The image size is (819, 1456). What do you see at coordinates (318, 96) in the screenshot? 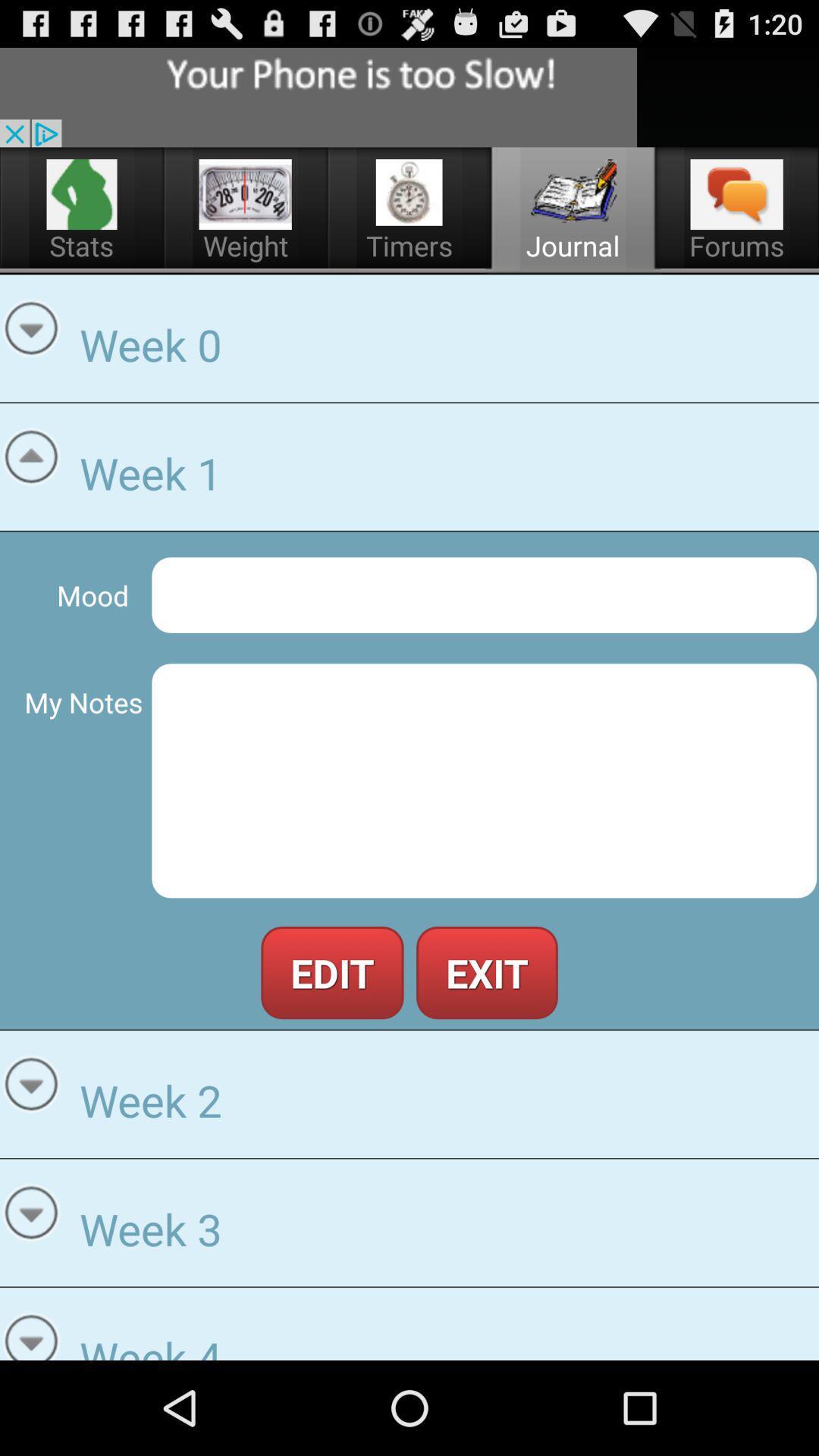
I see `advertisement` at bounding box center [318, 96].